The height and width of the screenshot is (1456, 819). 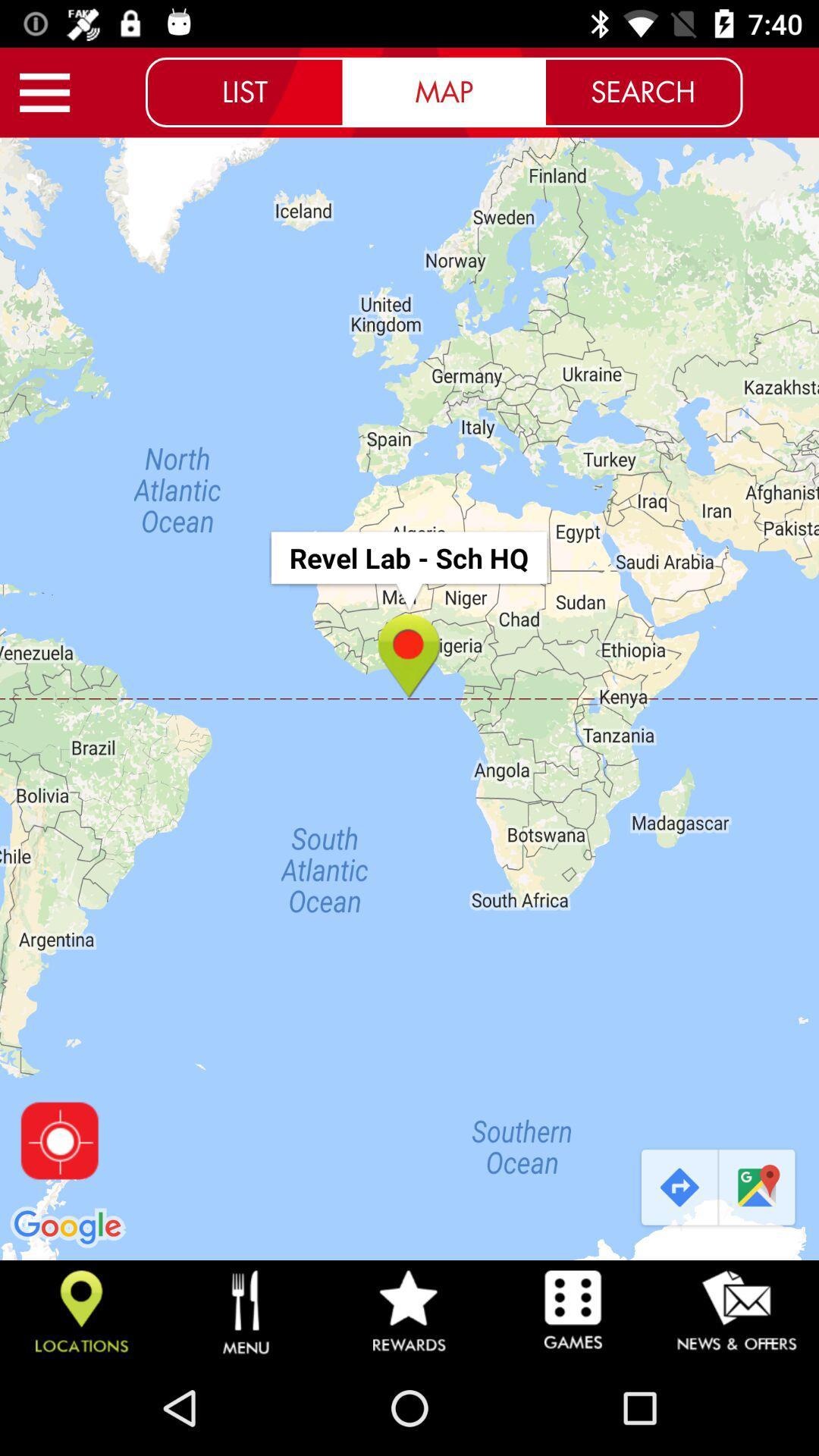 I want to click on the list icon, so click(x=244, y=91).